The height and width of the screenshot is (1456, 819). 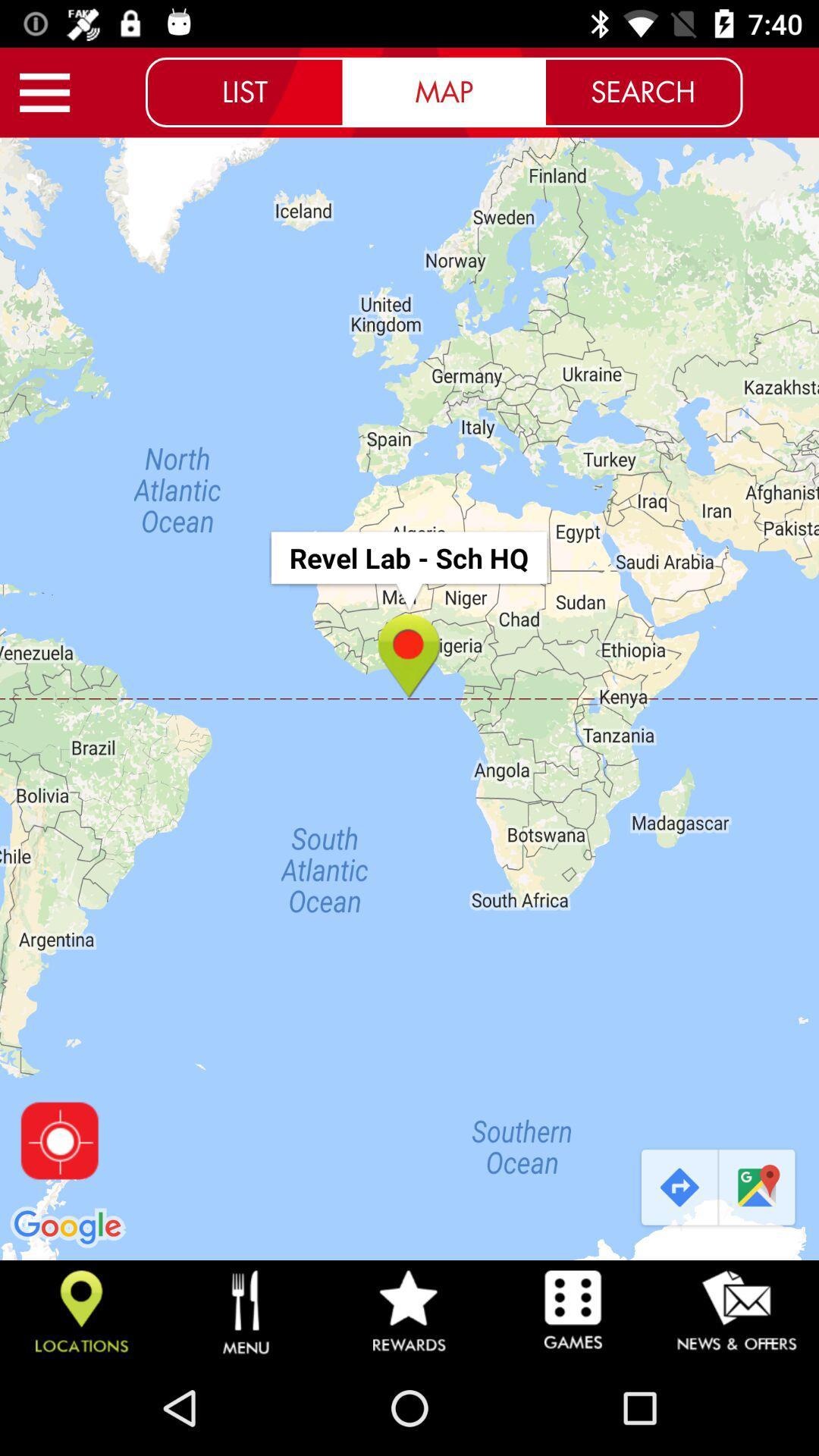 I want to click on the list icon, so click(x=244, y=91).